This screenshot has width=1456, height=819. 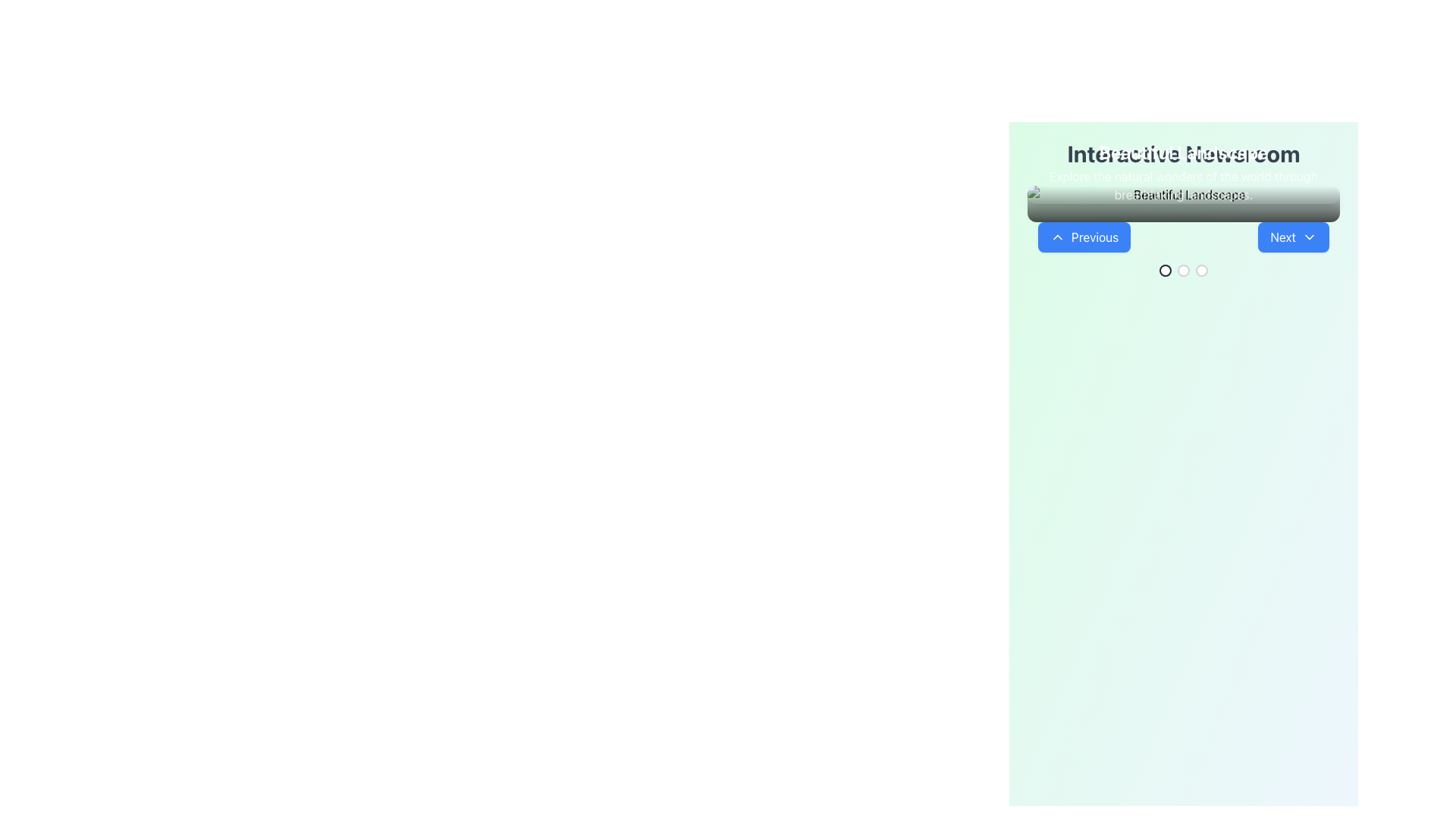 What do you see at coordinates (1182, 203) in the screenshot?
I see `text displayed in the overlay, which provides a title and subtitle for the content below, positioned above the navigation buttons` at bounding box center [1182, 203].